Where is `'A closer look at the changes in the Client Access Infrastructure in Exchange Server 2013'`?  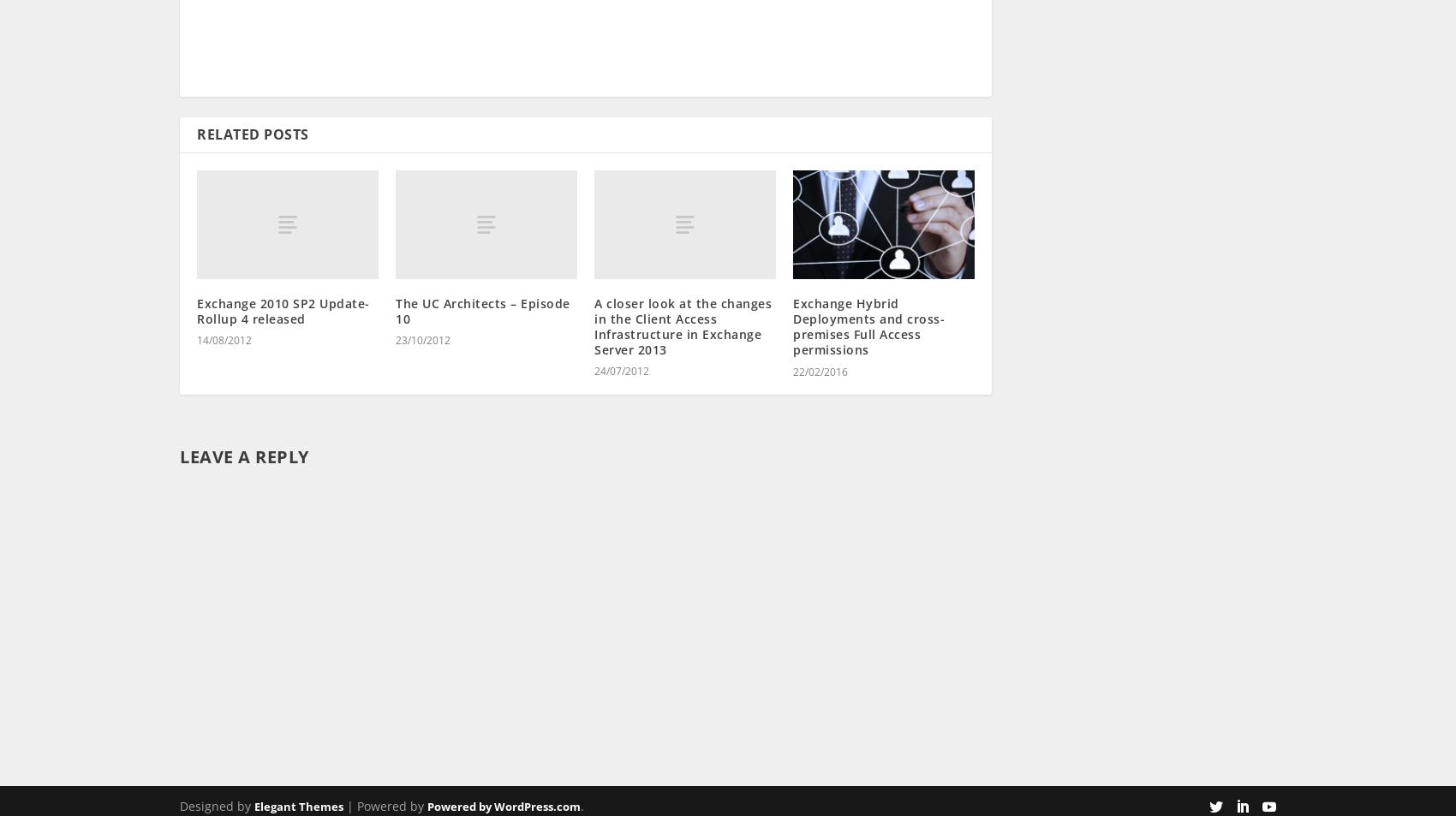
'A closer look at the changes in the Client Access Infrastructure in Exchange Server 2013' is located at coordinates (682, 294).